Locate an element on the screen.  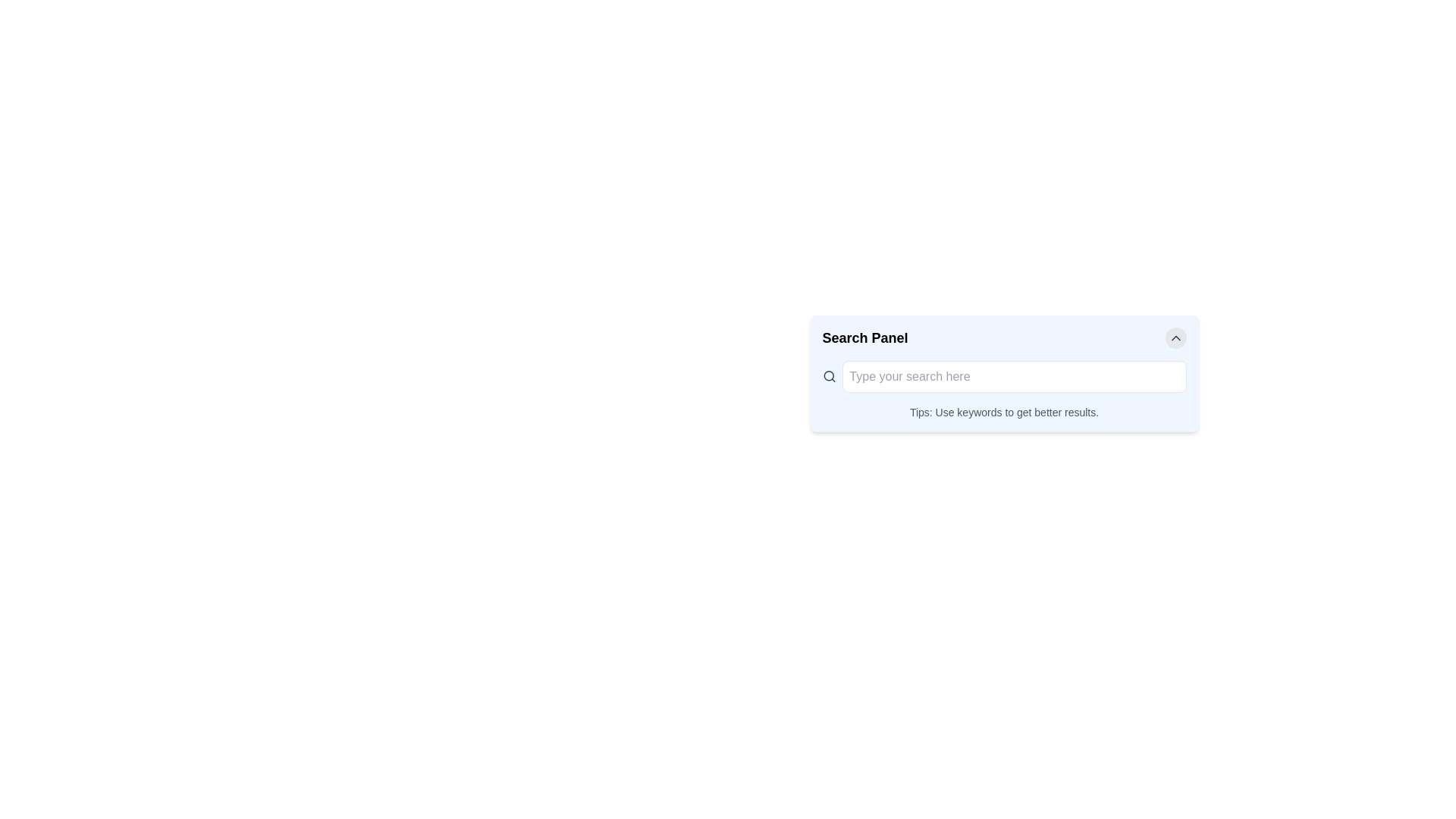
the search icon located to the left of the text input box with the placeholder 'Type your search here' is located at coordinates (829, 376).